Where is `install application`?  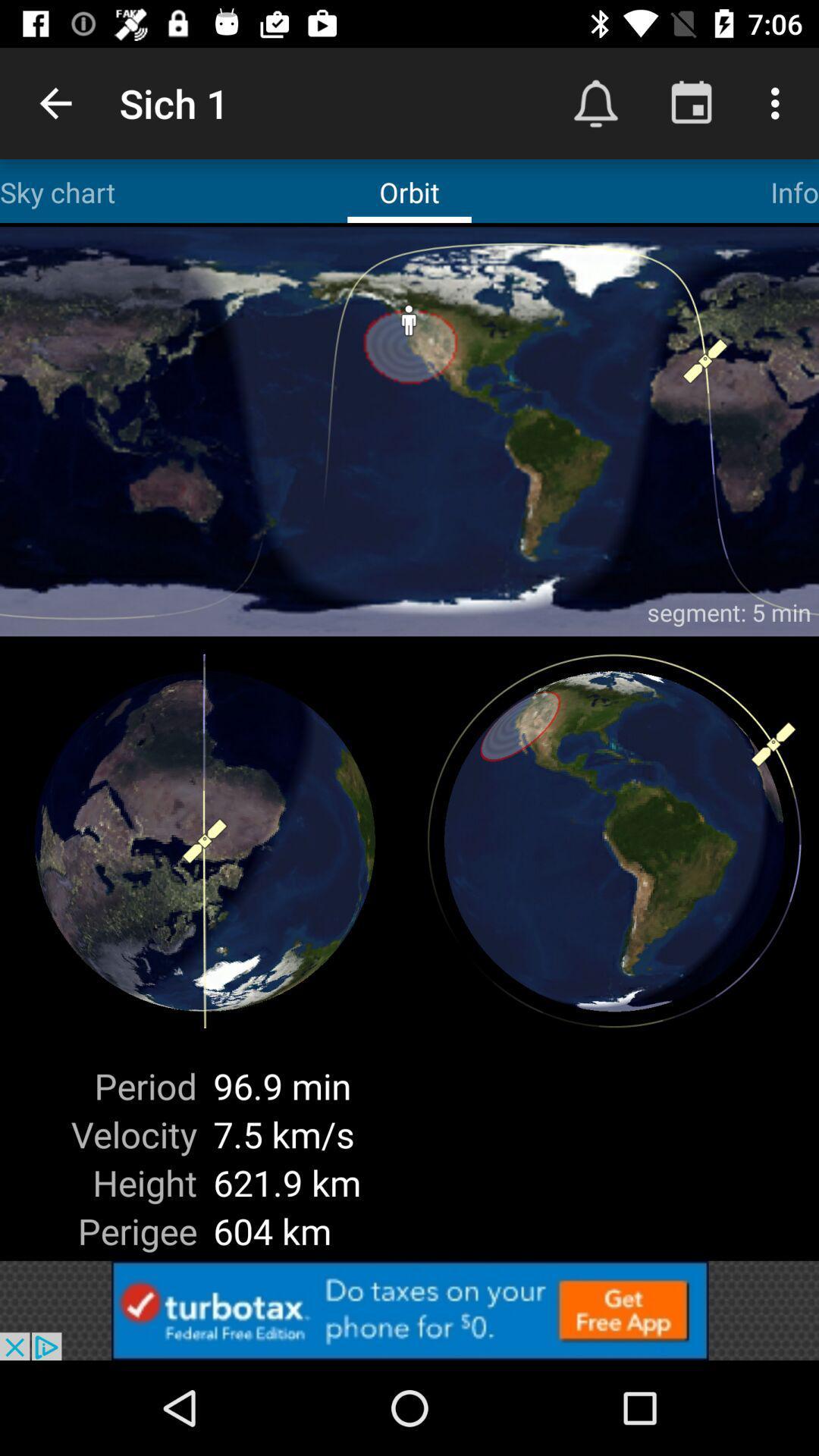
install application is located at coordinates (409, 1310).